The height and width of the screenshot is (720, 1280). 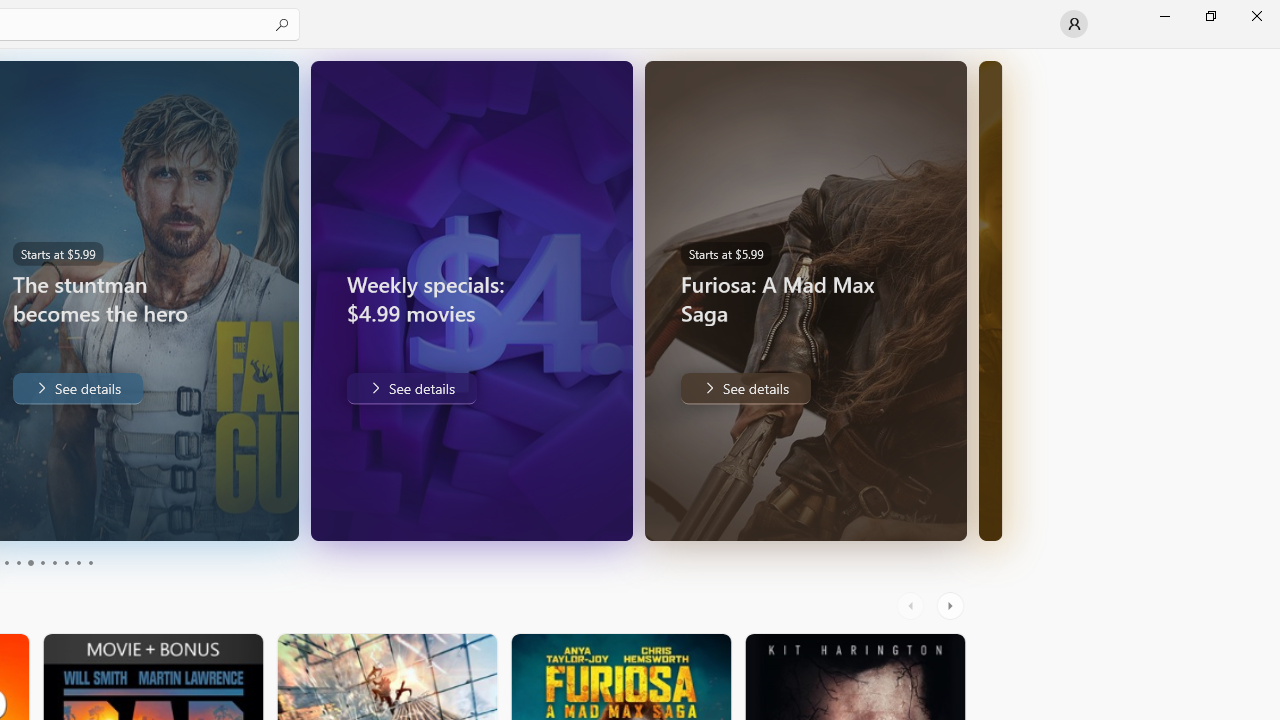 I want to click on 'Page 7', so click(x=54, y=563).